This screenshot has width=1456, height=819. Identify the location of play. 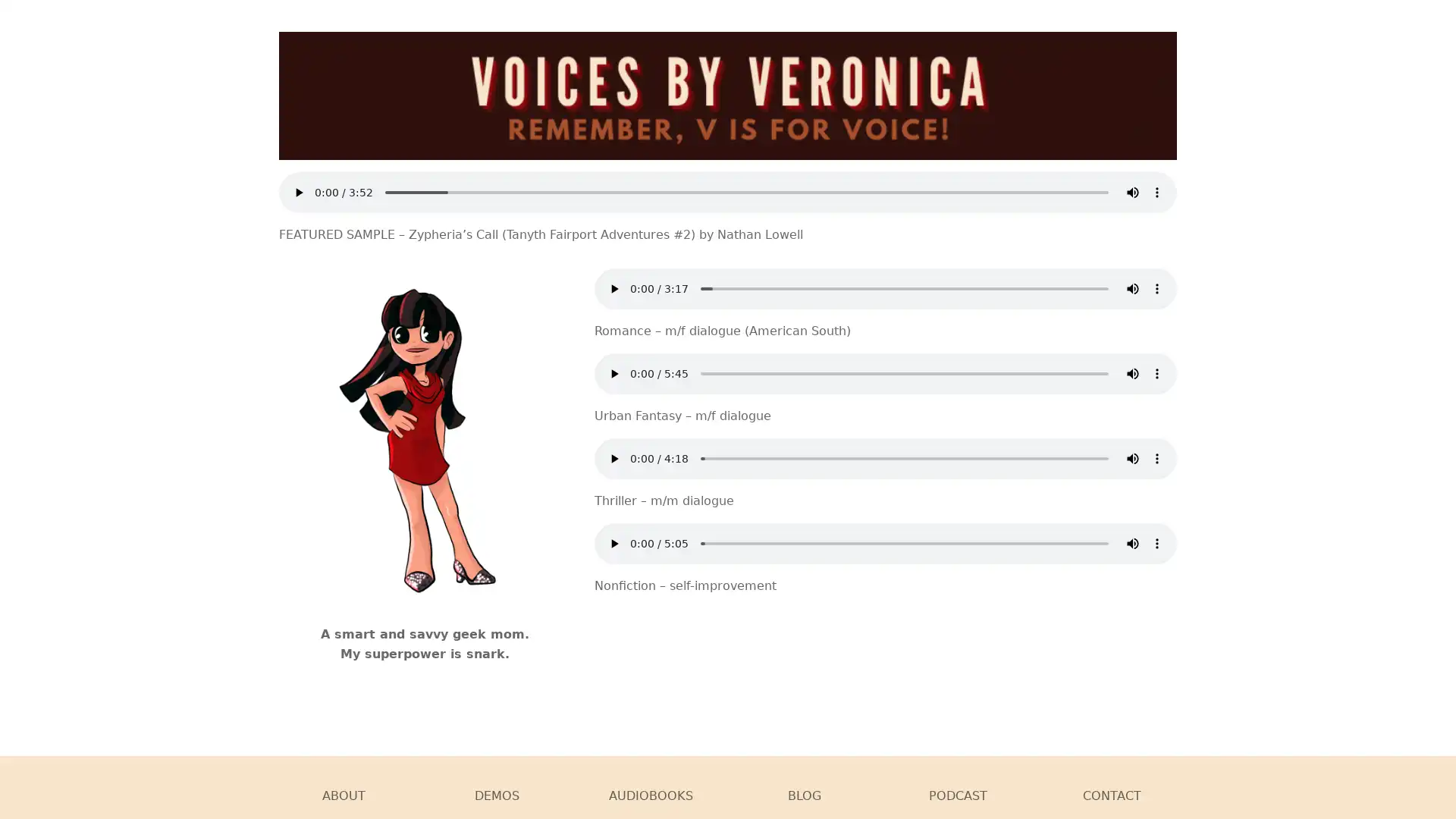
(614, 374).